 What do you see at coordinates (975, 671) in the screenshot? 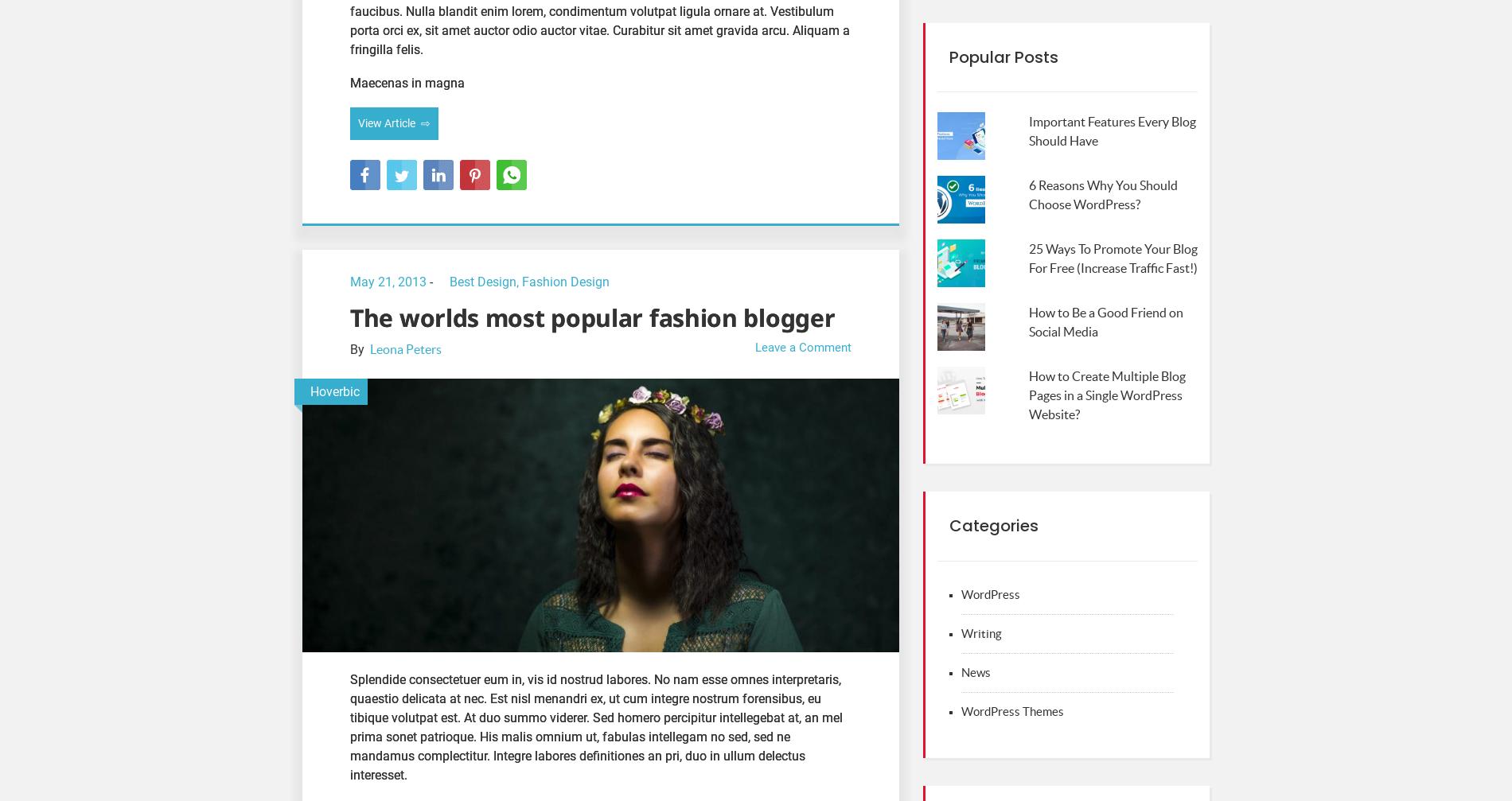
I see `'News'` at bounding box center [975, 671].